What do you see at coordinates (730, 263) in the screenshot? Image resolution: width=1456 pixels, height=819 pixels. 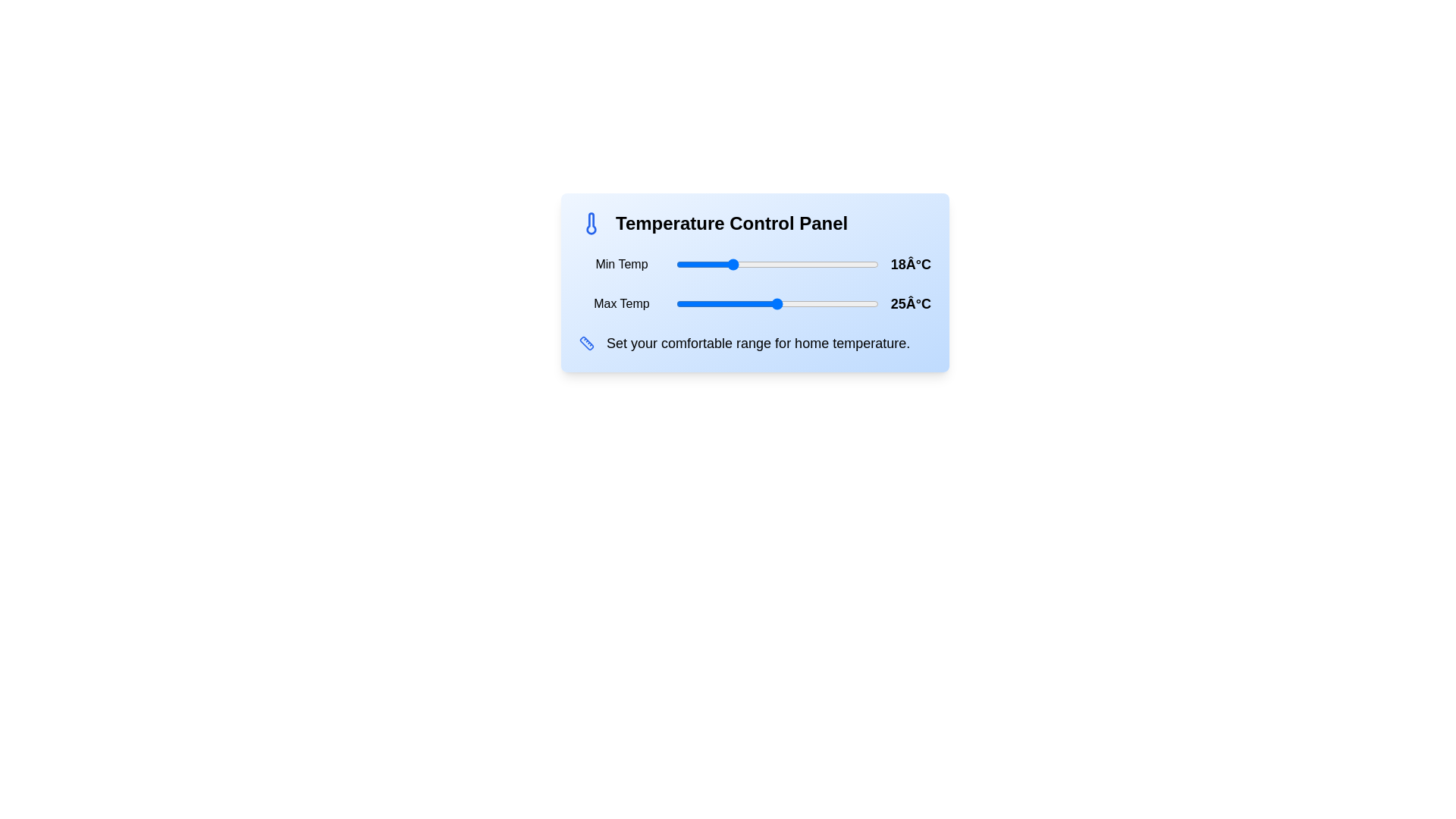 I see `the temperature slider to set the temperature to 18°C` at bounding box center [730, 263].